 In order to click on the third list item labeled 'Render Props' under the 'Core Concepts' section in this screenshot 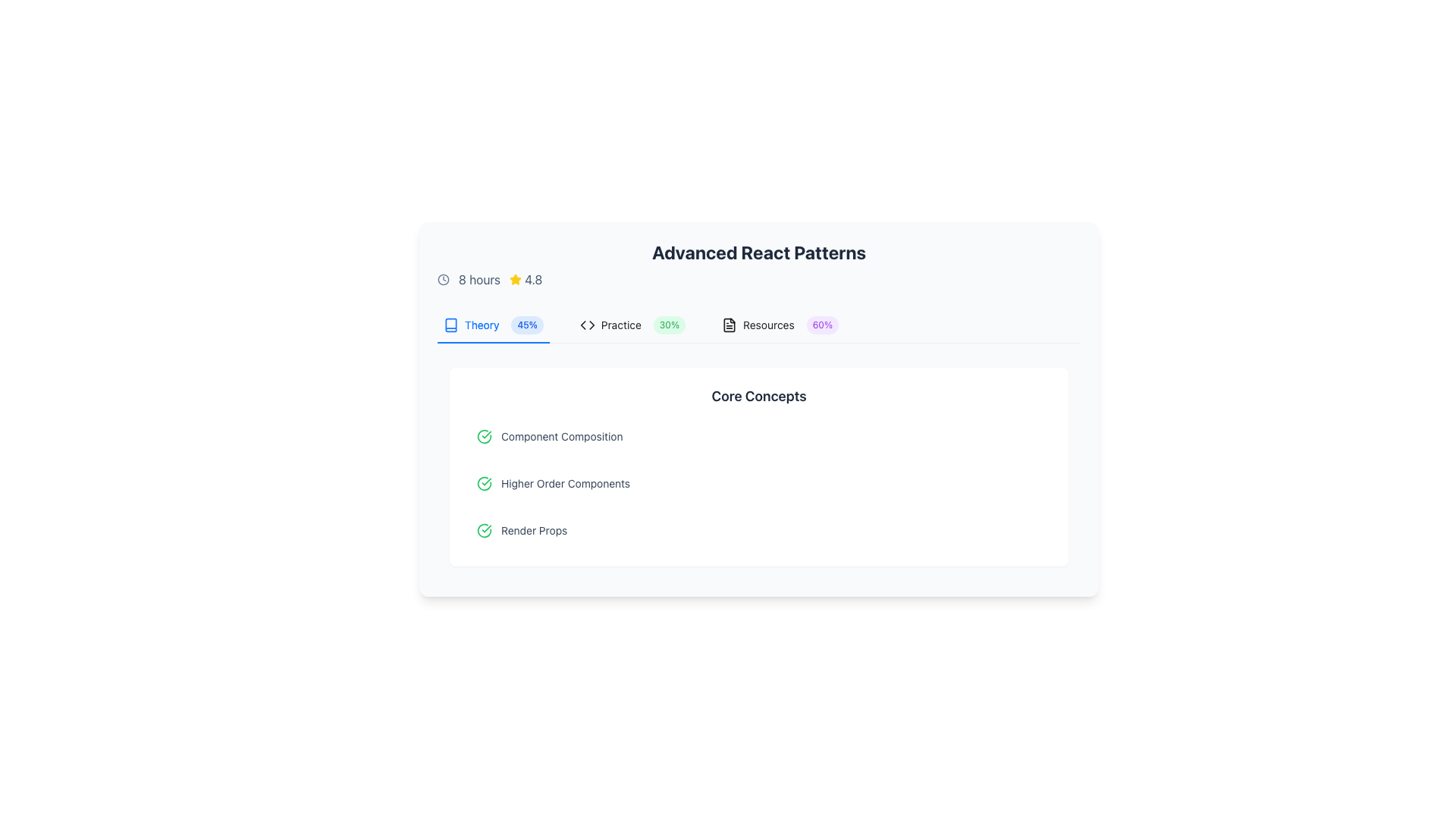, I will do `click(759, 529)`.